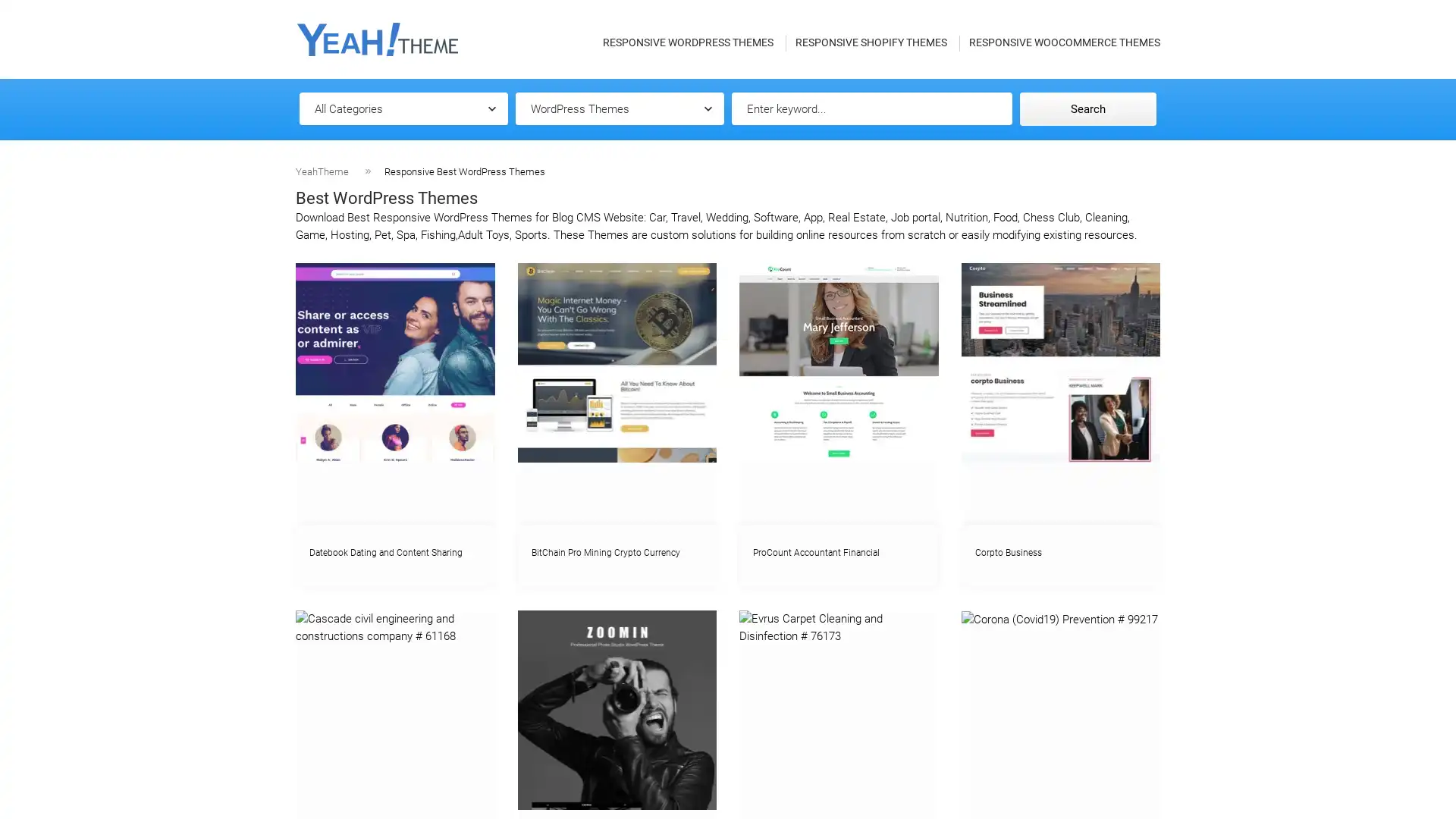 This screenshot has height=819, width=1456. Describe the element at coordinates (1087, 108) in the screenshot. I see `Search` at that location.